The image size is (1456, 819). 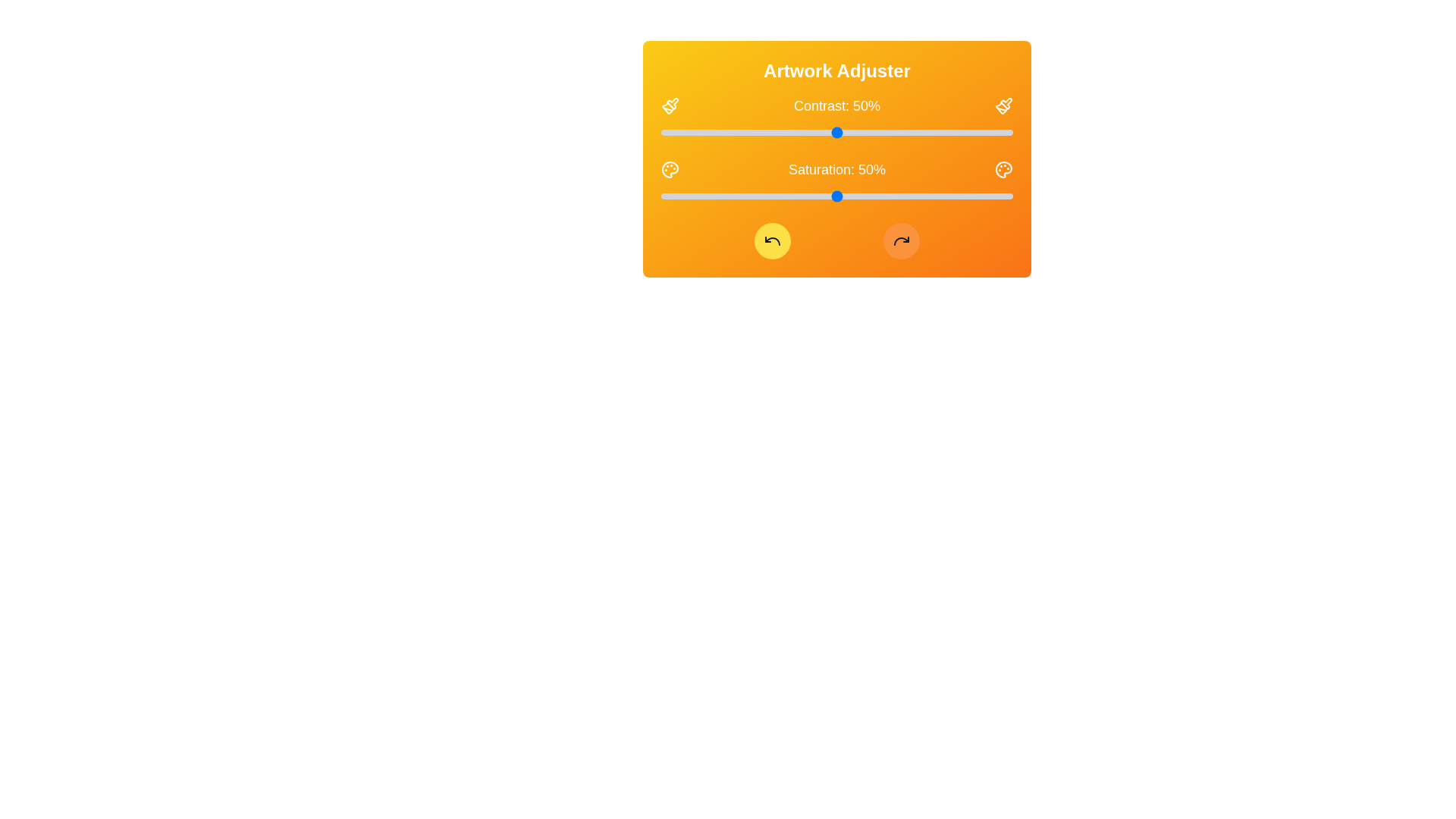 What do you see at coordinates (772, 240) in the screenshot?
I see `undo button to revert the changes` at bounding box center [772, 240].